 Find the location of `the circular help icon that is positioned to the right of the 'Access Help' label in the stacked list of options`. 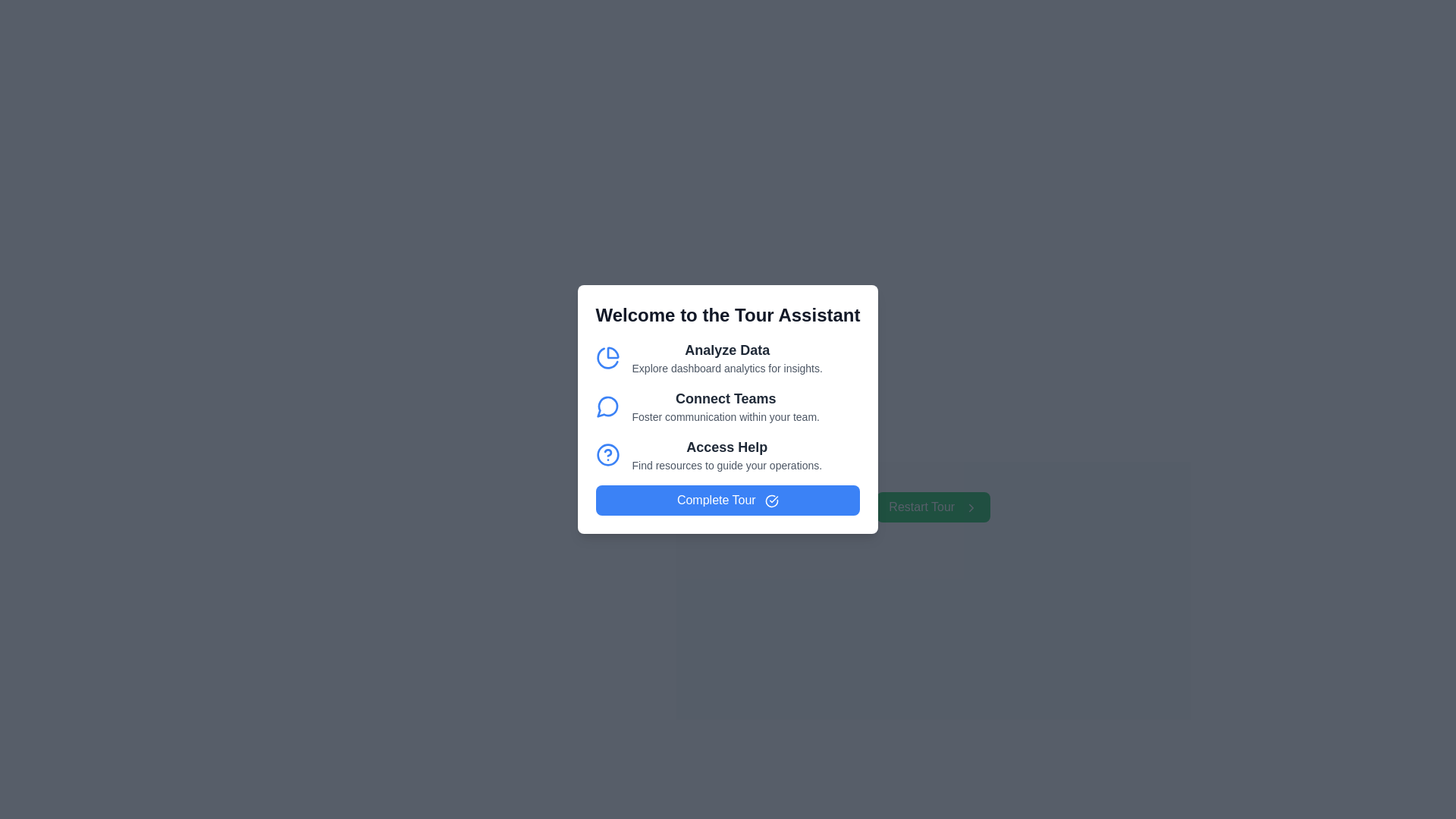

the circular help icon that is positioned to the right of the 'Access Help' label in the stacked list of options is located at coordinates (607, 454).